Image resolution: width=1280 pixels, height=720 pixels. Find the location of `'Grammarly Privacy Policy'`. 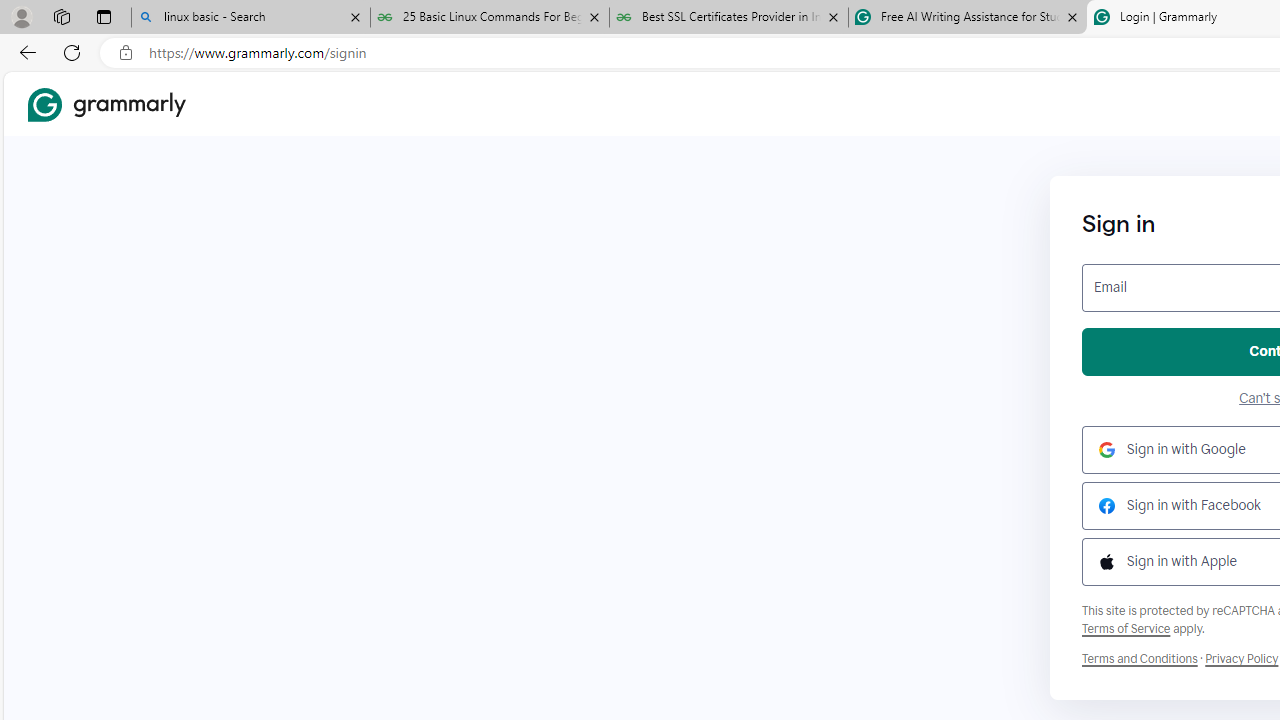

'Grammarly Privacy Policy' is located at coordinates (1240, 659).